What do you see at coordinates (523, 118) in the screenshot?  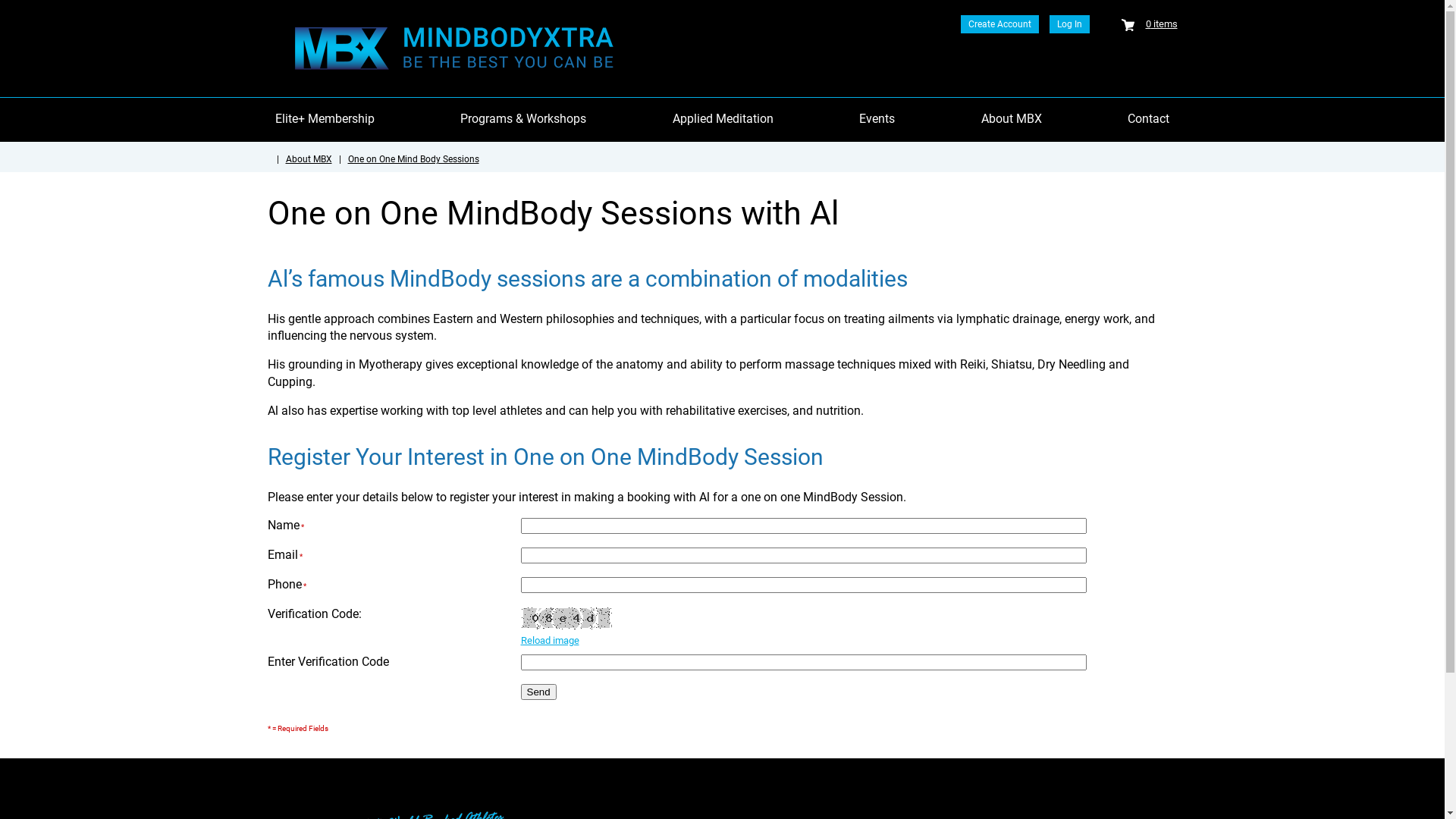 I see `'Programs & Workshops'` at bounding box center [523, 118].